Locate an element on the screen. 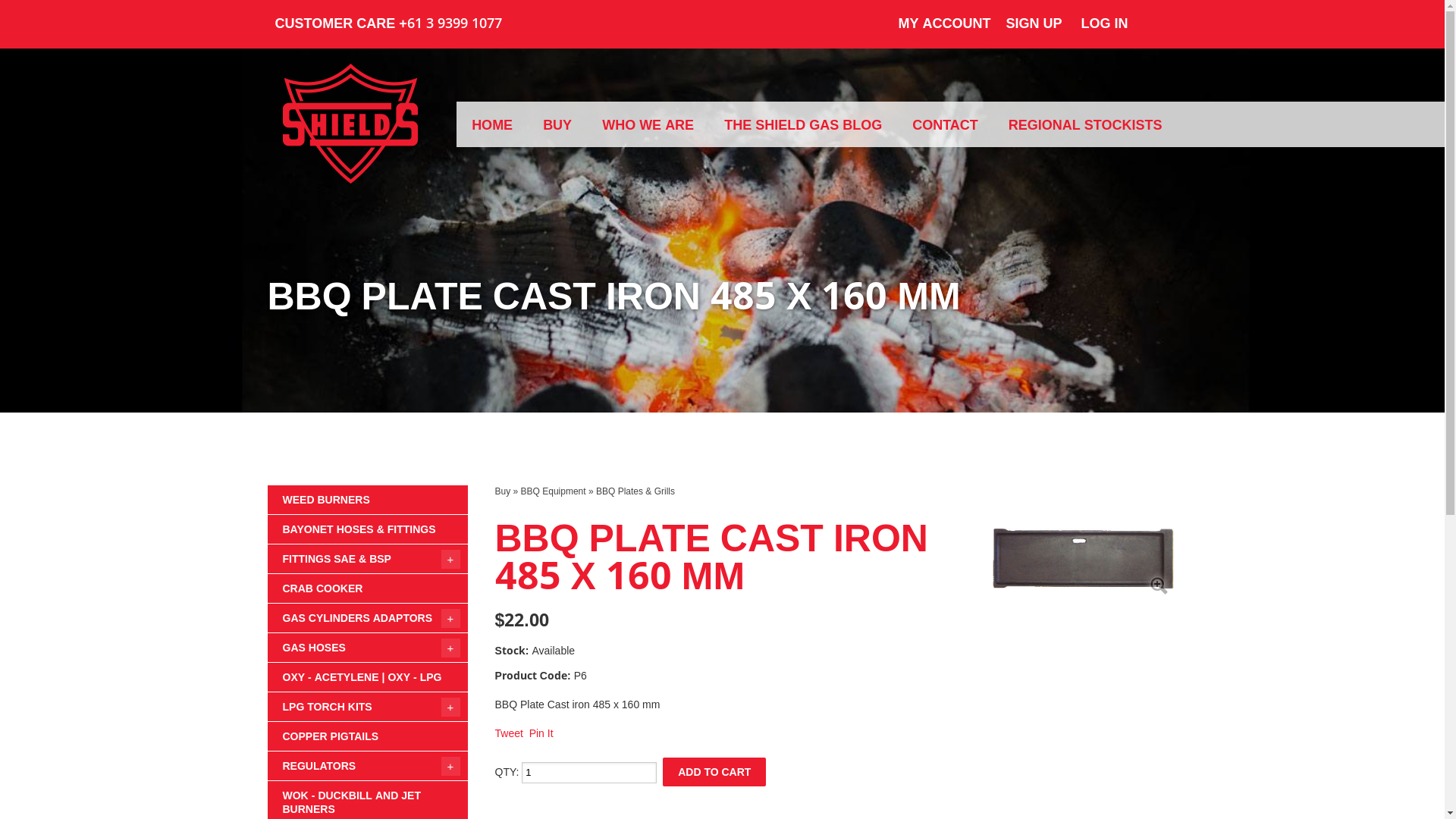 The image size is (1456, 819). 'GAS CYLINDERS ADAPTORS' is located at coordinates (367, 617).